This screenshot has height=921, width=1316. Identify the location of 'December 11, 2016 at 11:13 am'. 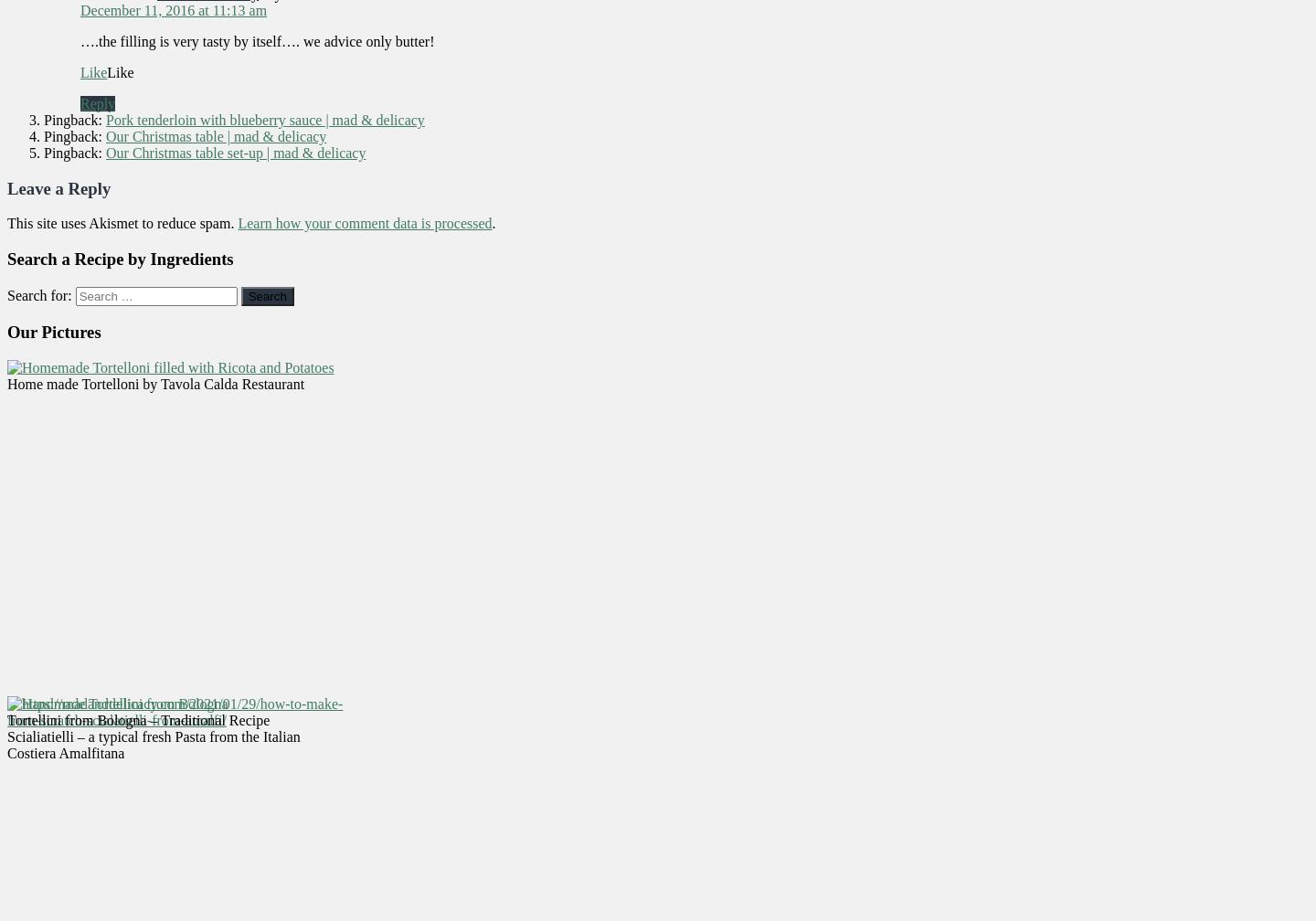
(80, 9).